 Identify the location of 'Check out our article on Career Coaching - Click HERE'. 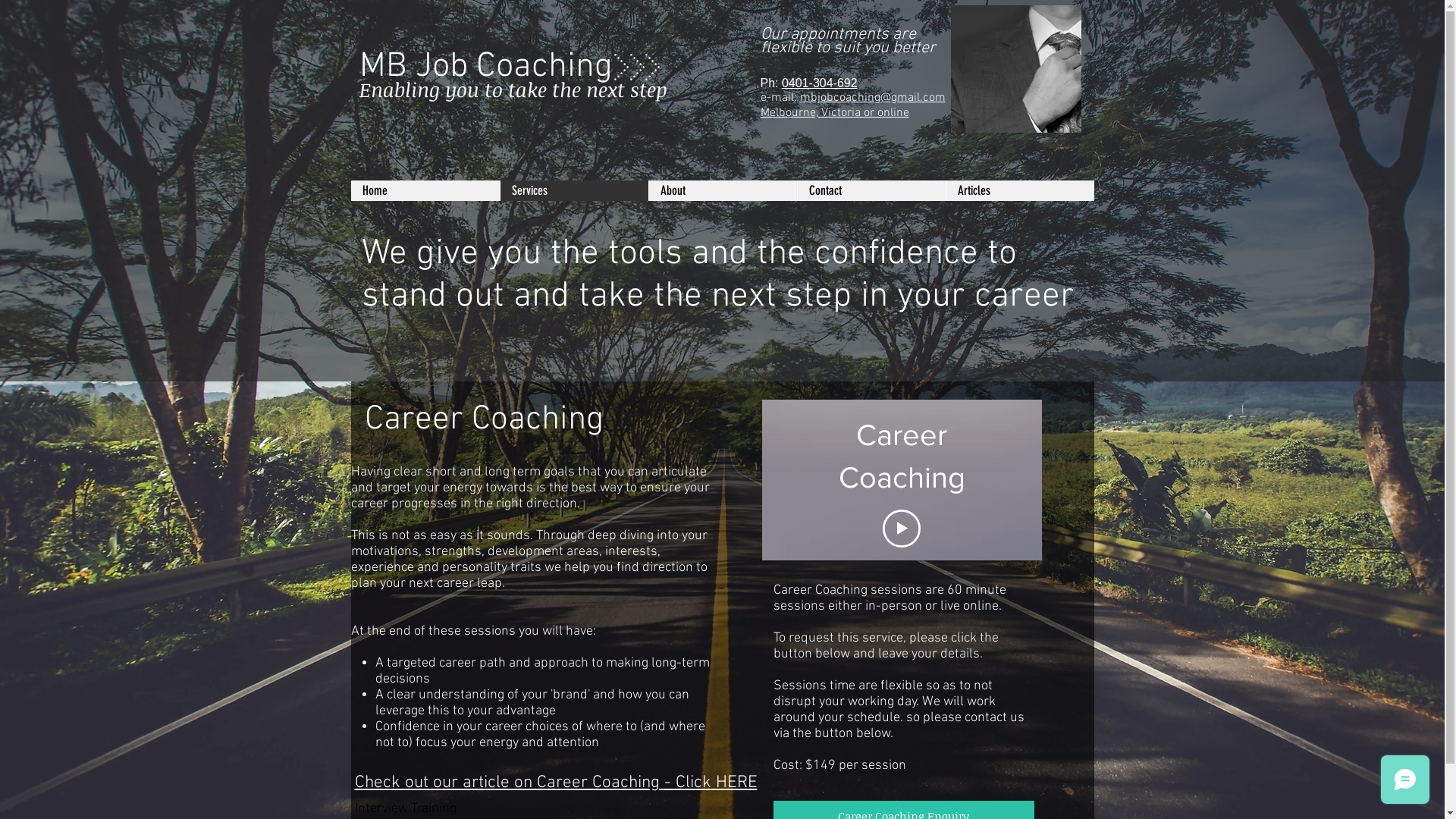
(555, 783).